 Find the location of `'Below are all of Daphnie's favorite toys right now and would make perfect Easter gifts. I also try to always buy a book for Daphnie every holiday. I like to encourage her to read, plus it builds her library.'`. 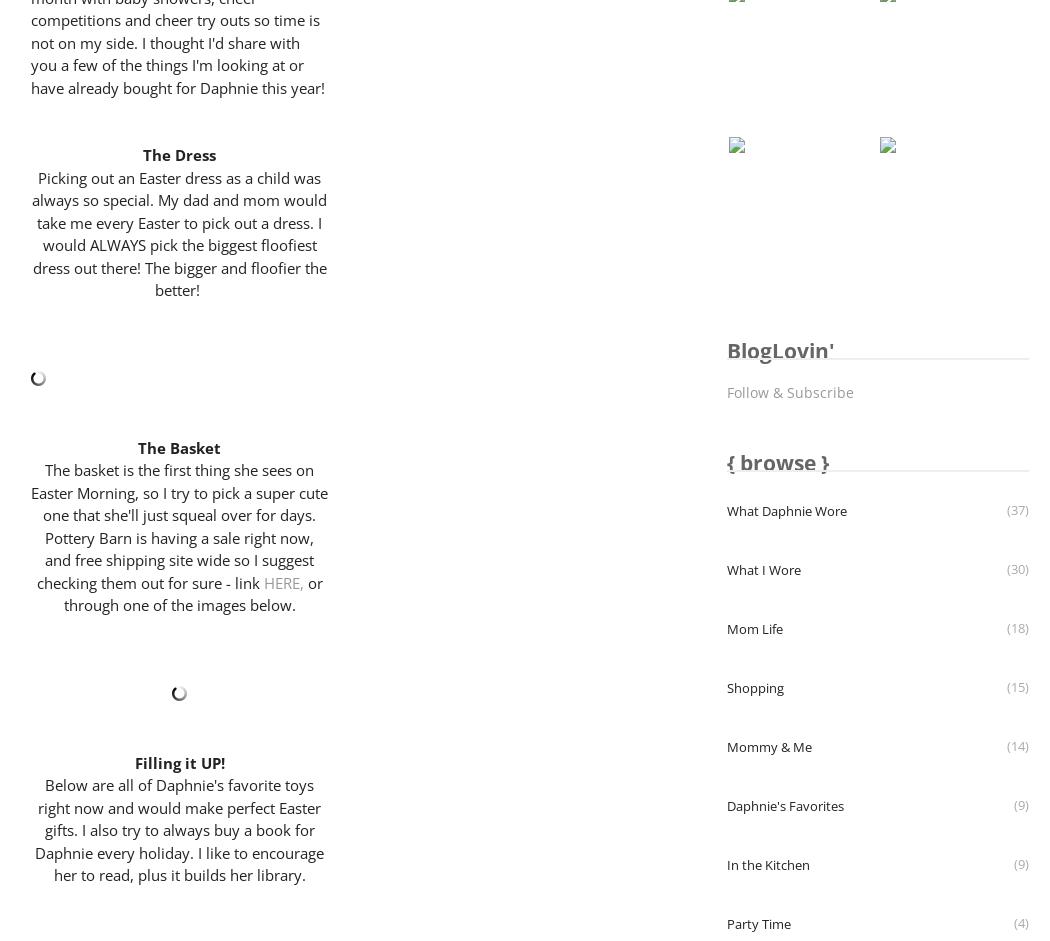

'Below are all of Daphnie's favorite toys right now and would make perfect Easter gifts. I also try to always buy a book for Daphnie every holiday. I like to encourage her to read, plus it builds her library.' is located at coordinates (34, 828).